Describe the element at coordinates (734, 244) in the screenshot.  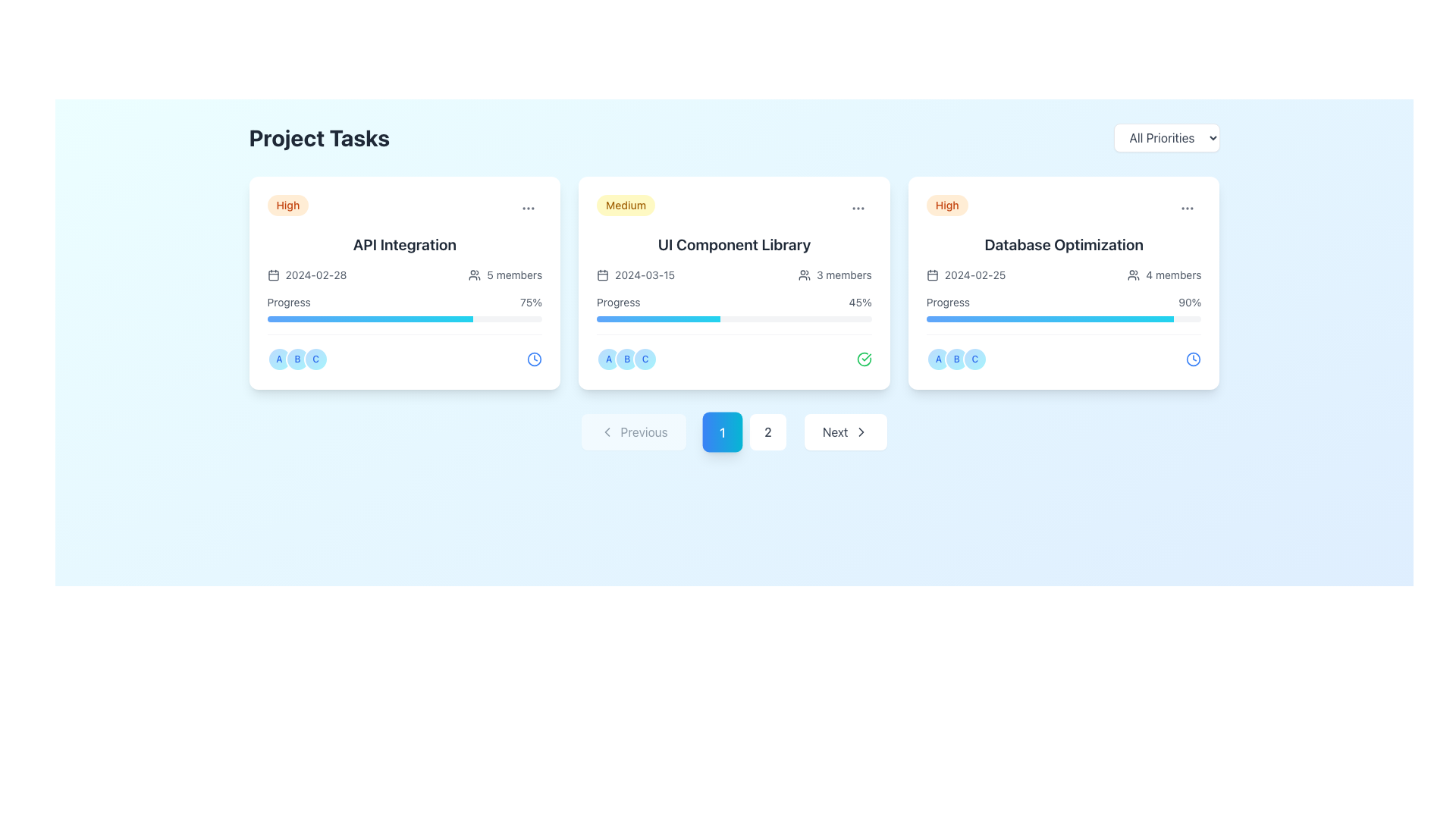
I see `the textual heading 'UI Component Library' which is styled in a larger bold font and appears within a card structure, centrally located in the second card from the left` at that location.